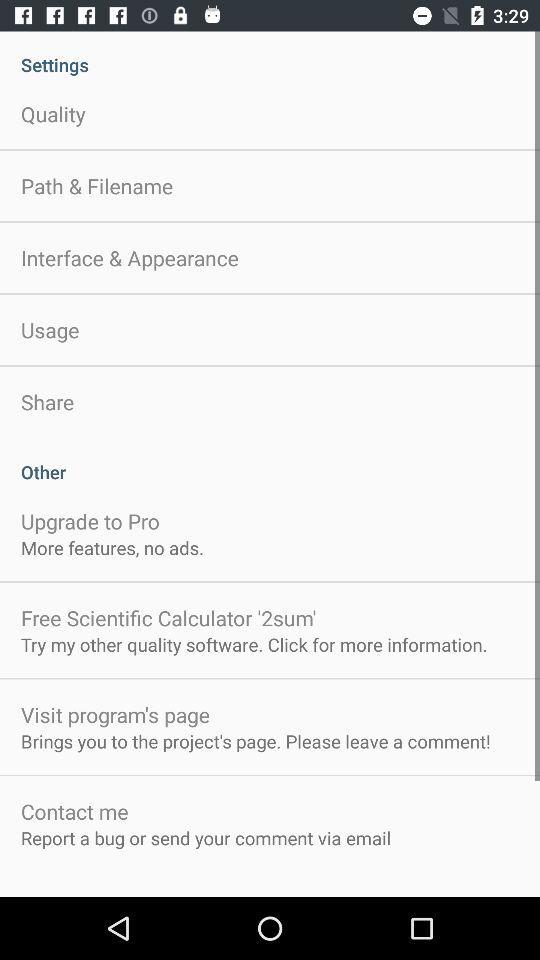 The image size is (540, 960). Describe the element at coordinates (96, 186) in the screenshot. I see `the path & filename item` at that location.